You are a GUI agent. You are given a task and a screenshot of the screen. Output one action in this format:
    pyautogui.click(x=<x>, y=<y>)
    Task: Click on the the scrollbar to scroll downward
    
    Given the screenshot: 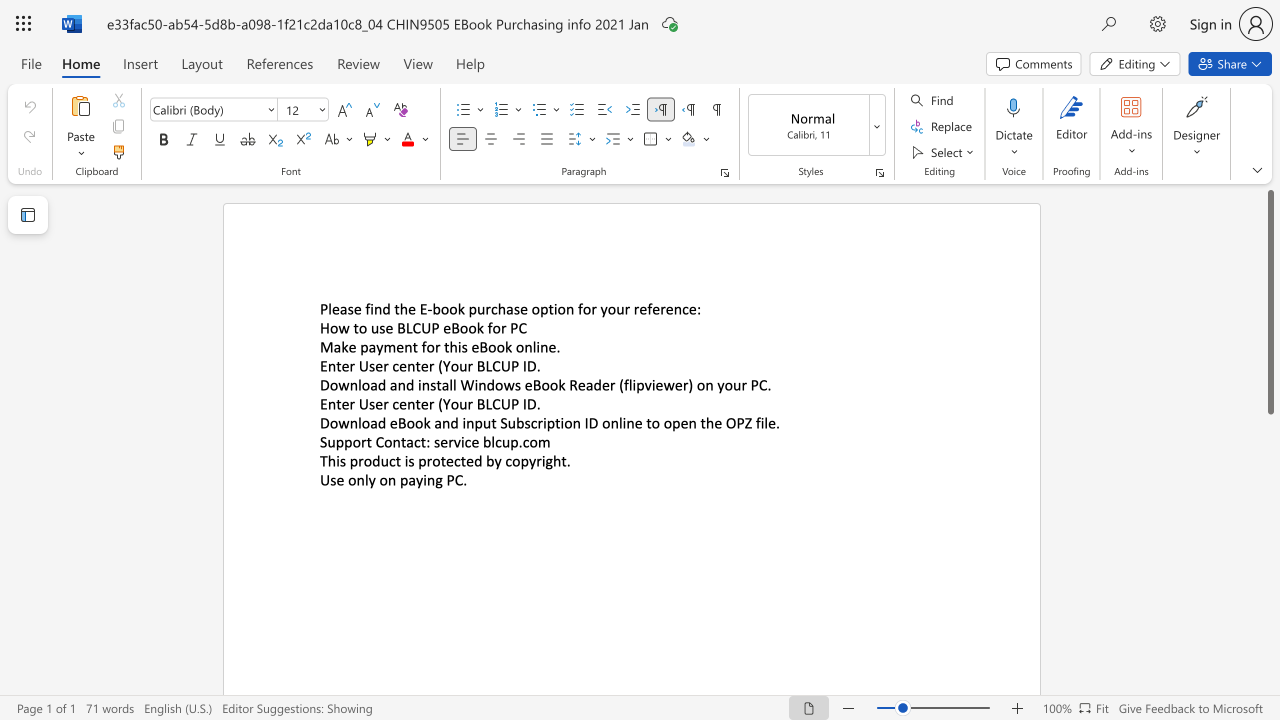 What is the action you would take?
    pyautogui.click(x=1269, y=450)
    